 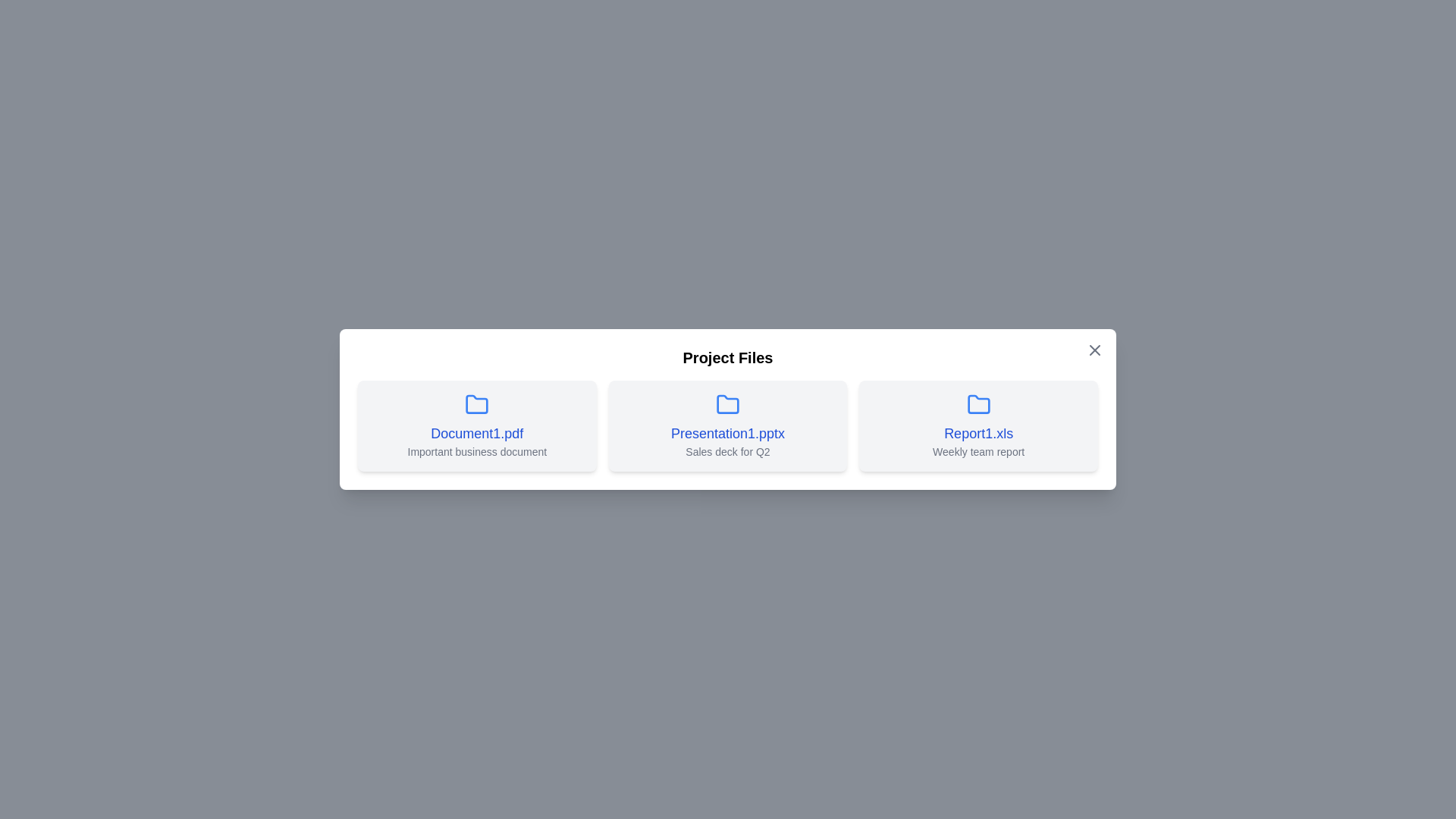 I want to click on close button located at the top-right corner of the dialog, so click(x=1095, y=350).